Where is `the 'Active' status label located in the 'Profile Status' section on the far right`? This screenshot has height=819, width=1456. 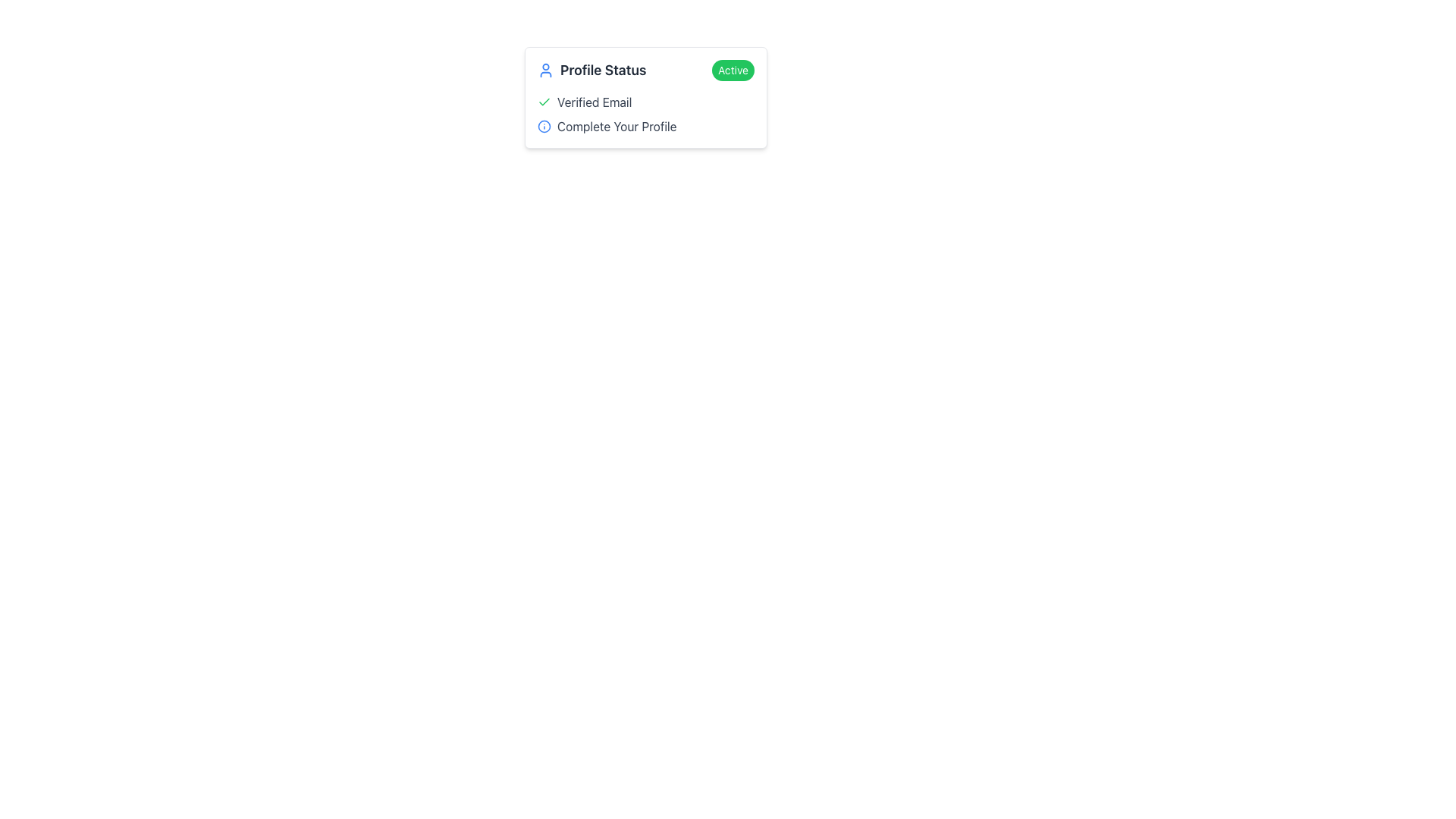
the 'Active' status label located in the 'Profile Status' section on the far right is located at coordinates (733, 70).